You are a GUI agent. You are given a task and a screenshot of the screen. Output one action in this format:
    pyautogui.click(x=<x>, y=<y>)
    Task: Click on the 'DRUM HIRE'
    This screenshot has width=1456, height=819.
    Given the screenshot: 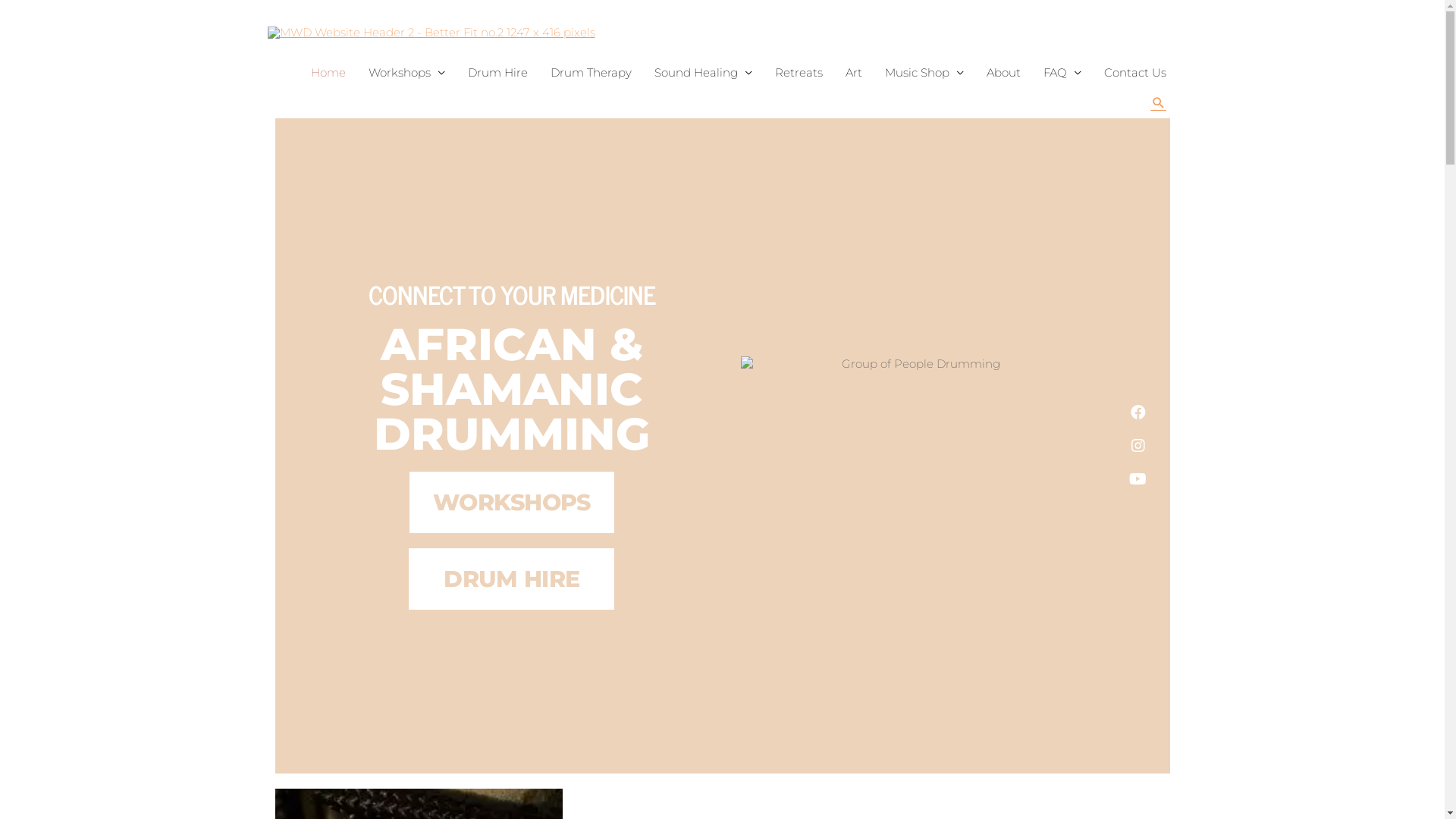 What is the action you would take?
    pyautogui.click(x=511, y=579)
    